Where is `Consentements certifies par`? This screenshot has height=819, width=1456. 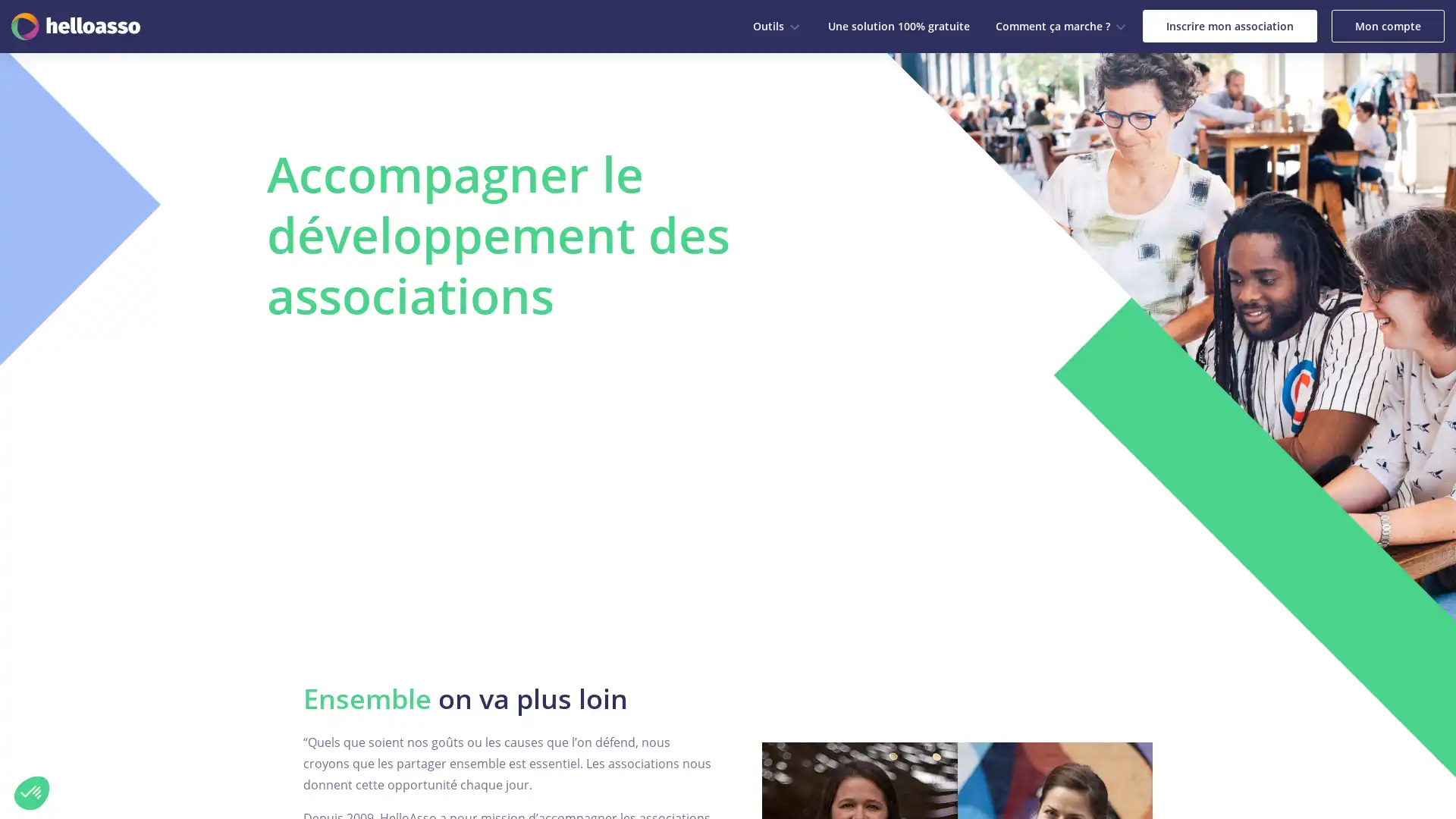
Consentements certifies par is located at coordinates (174, 716).